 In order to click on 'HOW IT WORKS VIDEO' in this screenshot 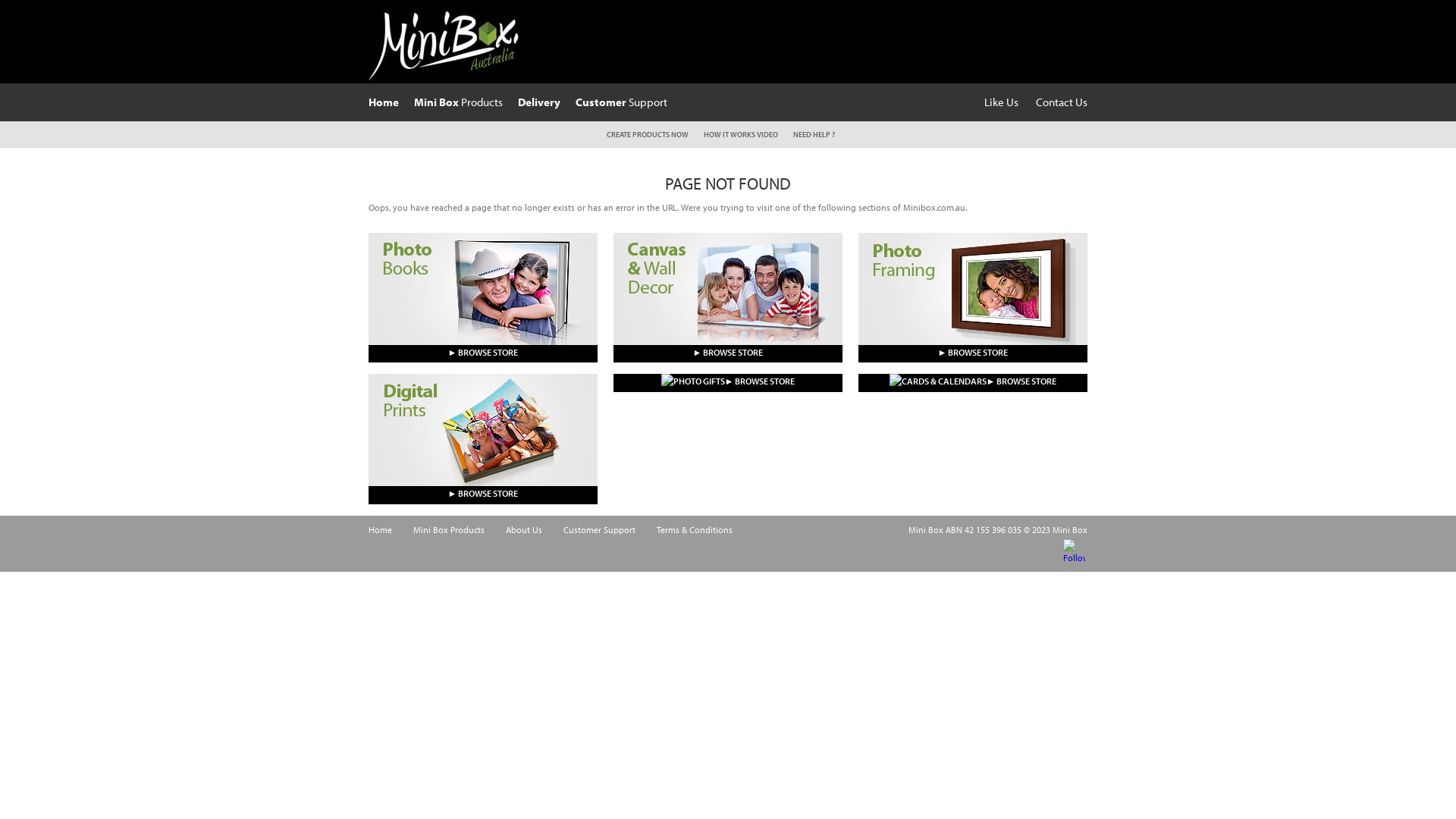, I will do `click(741, 133)`.